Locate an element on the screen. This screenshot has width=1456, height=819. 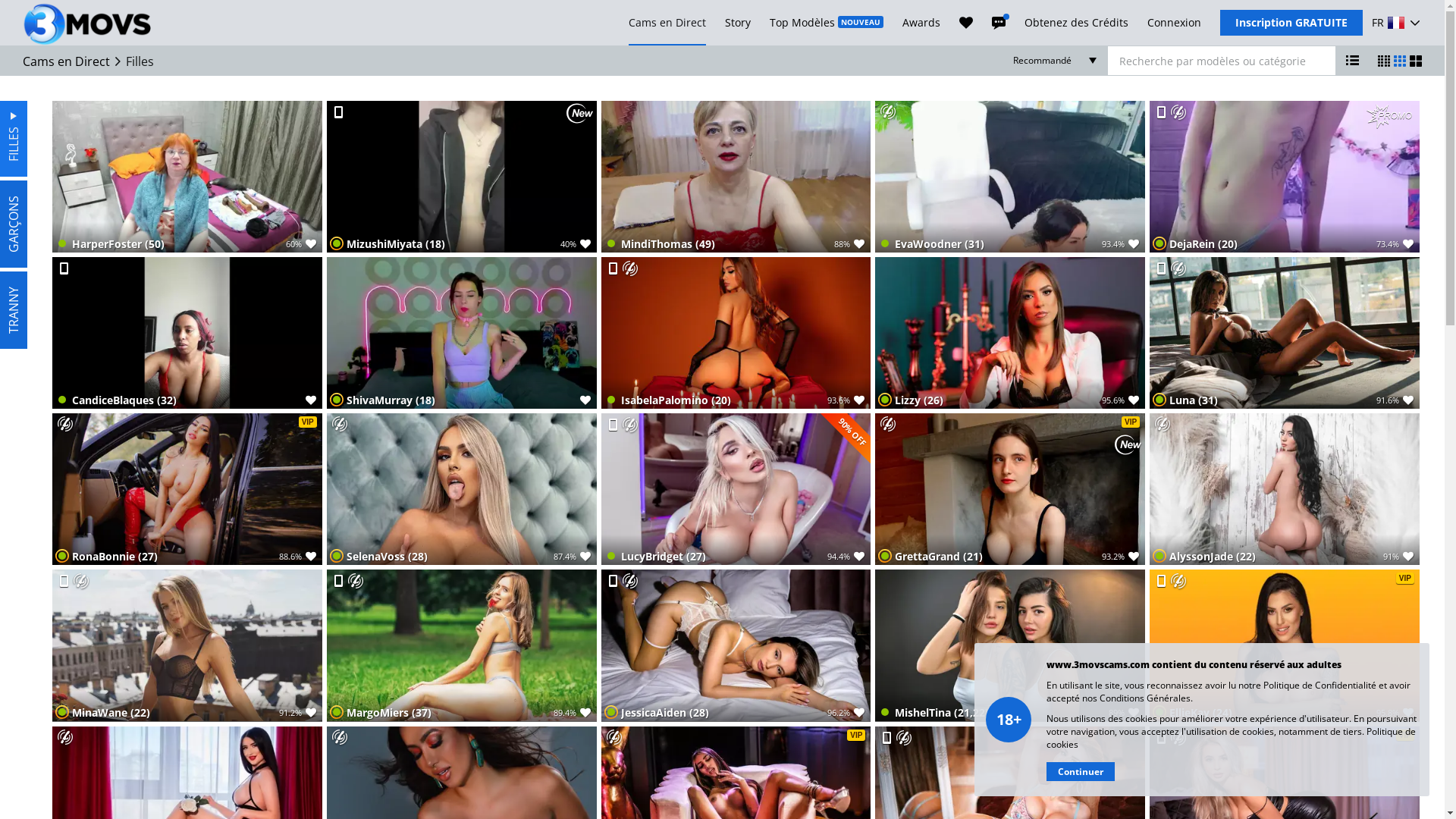
'ShivaMurray (18)' is located at coordinates (461, 332).